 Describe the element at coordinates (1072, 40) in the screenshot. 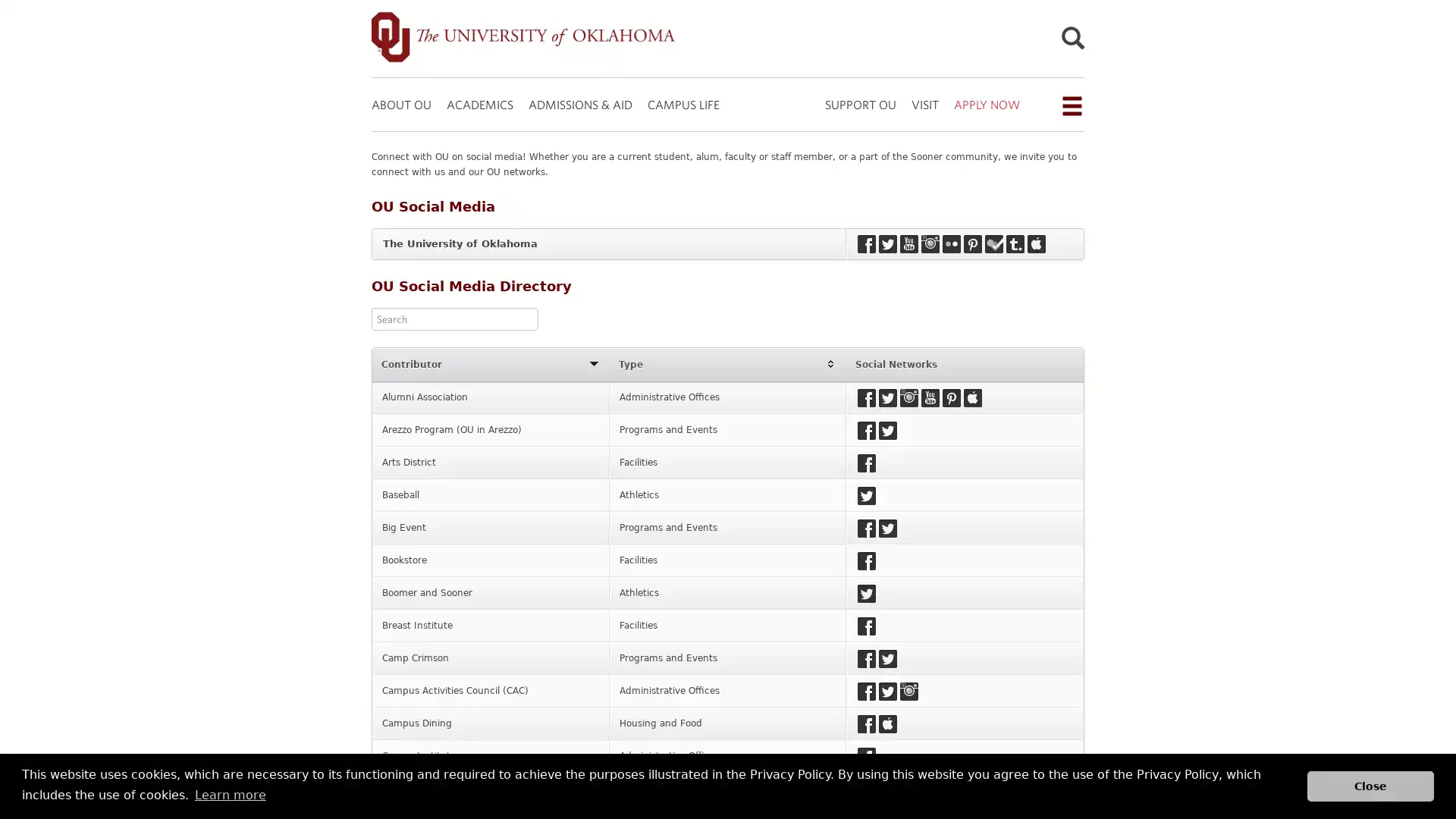

I see `Open Search` at that location.